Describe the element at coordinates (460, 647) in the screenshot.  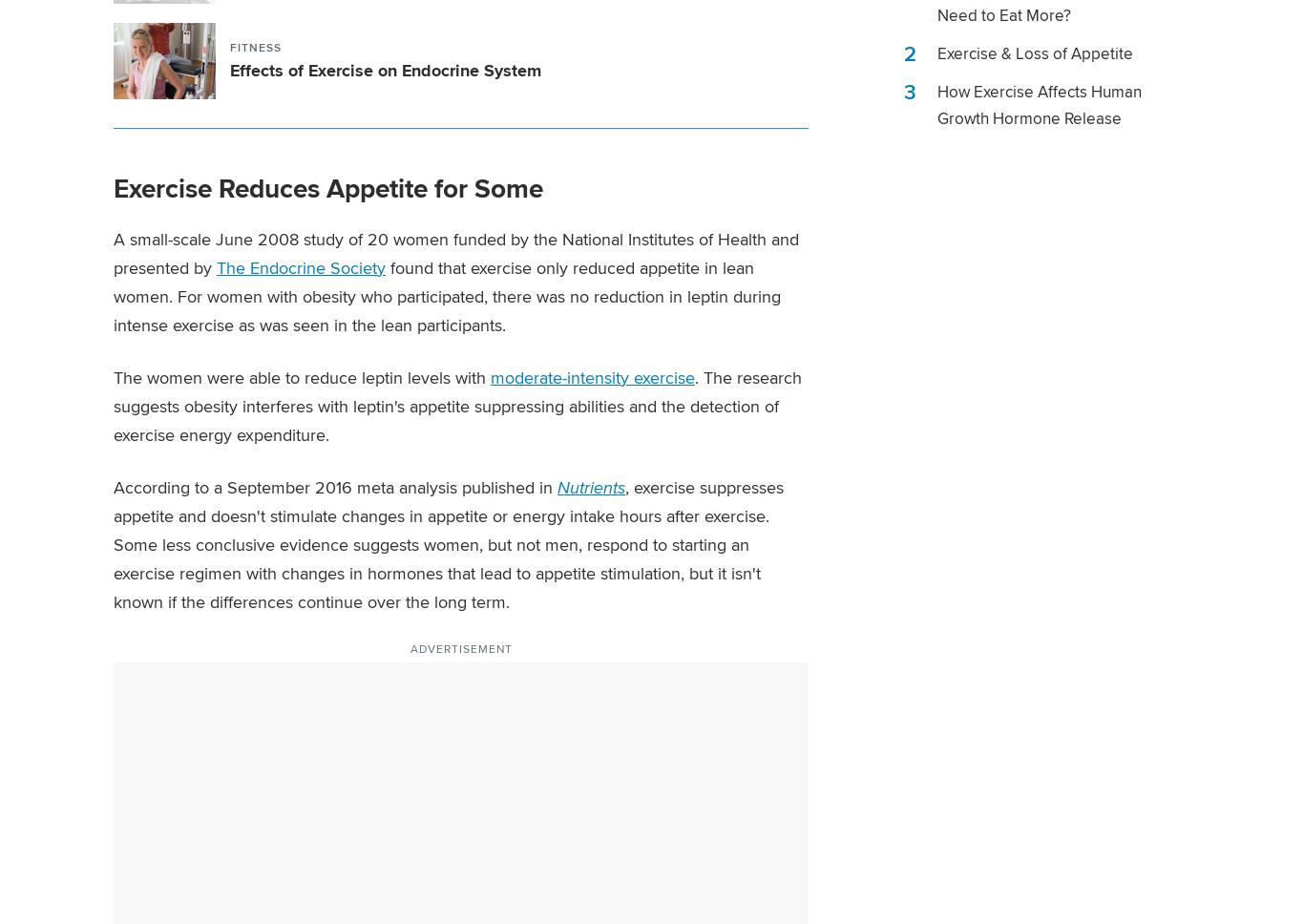
I see `'Advertisement'` at that location.